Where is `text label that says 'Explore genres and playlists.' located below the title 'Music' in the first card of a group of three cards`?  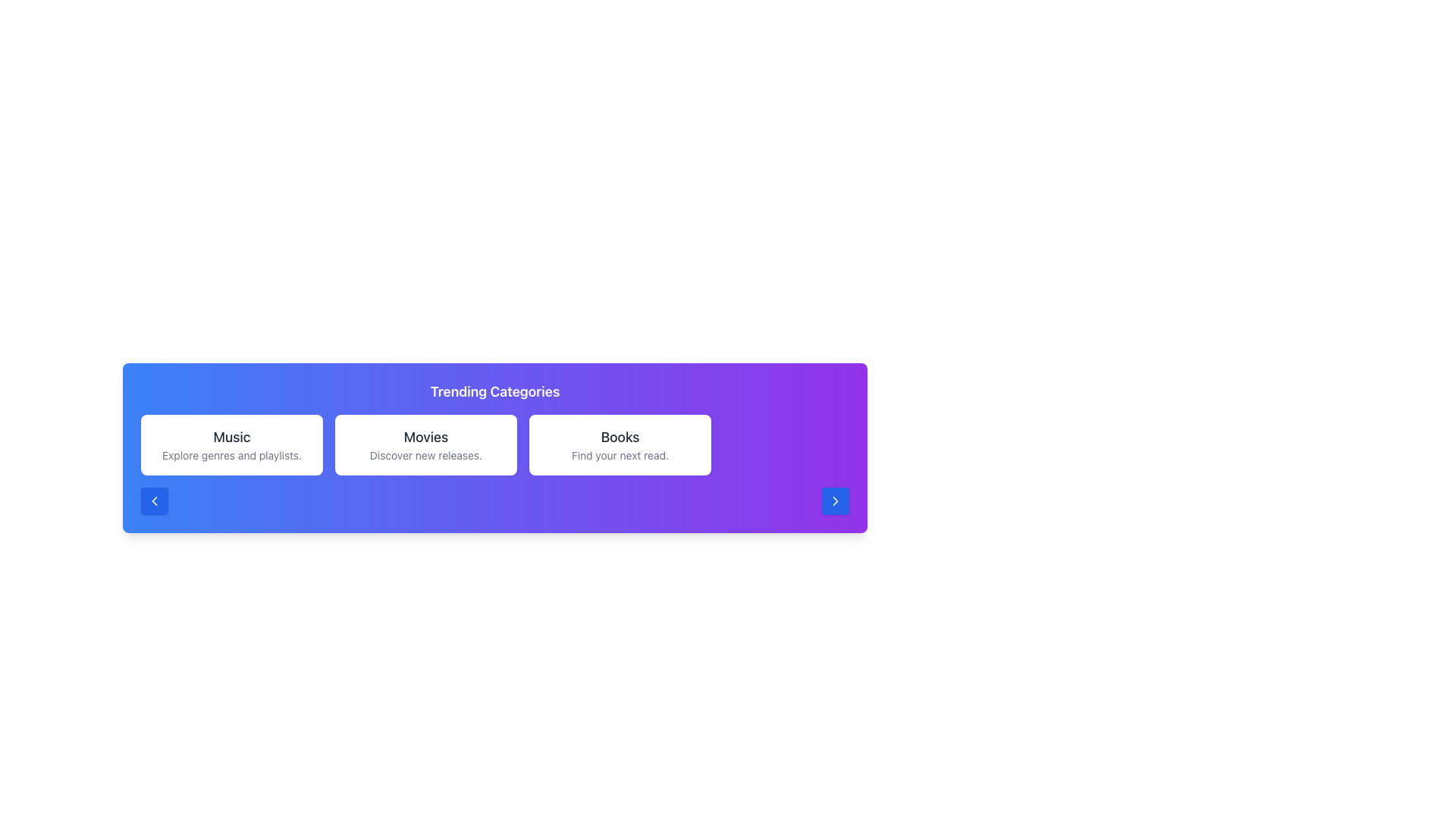 text label that says 'Explore genres and playlists.' located below the title 'Music' in the first card of a group of three cards is located at coordinates (231, 455).